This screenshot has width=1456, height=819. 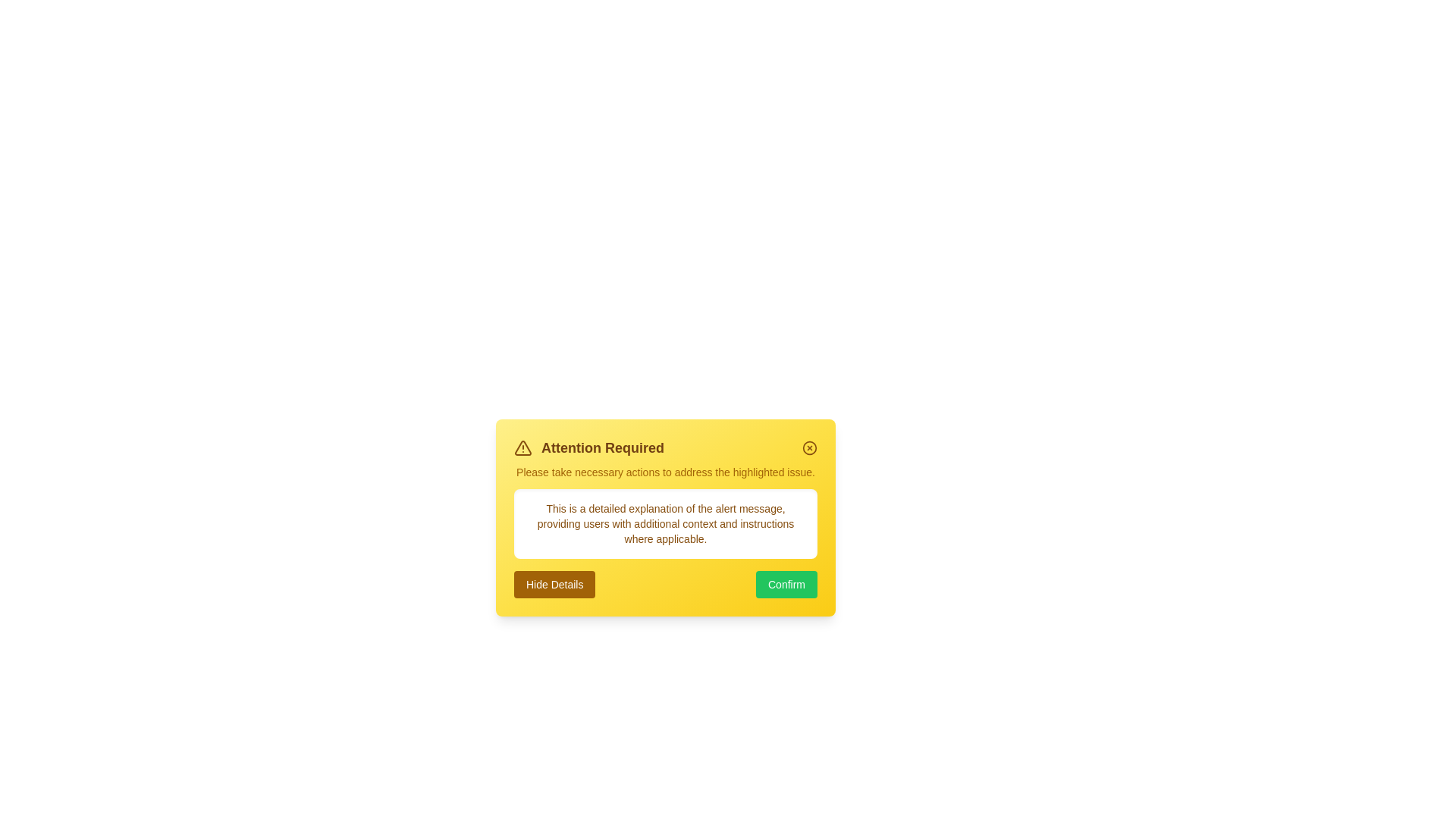 I want to click on the close button in the top-right corner of the alert to dismiss it, so click(x=809, y=447).